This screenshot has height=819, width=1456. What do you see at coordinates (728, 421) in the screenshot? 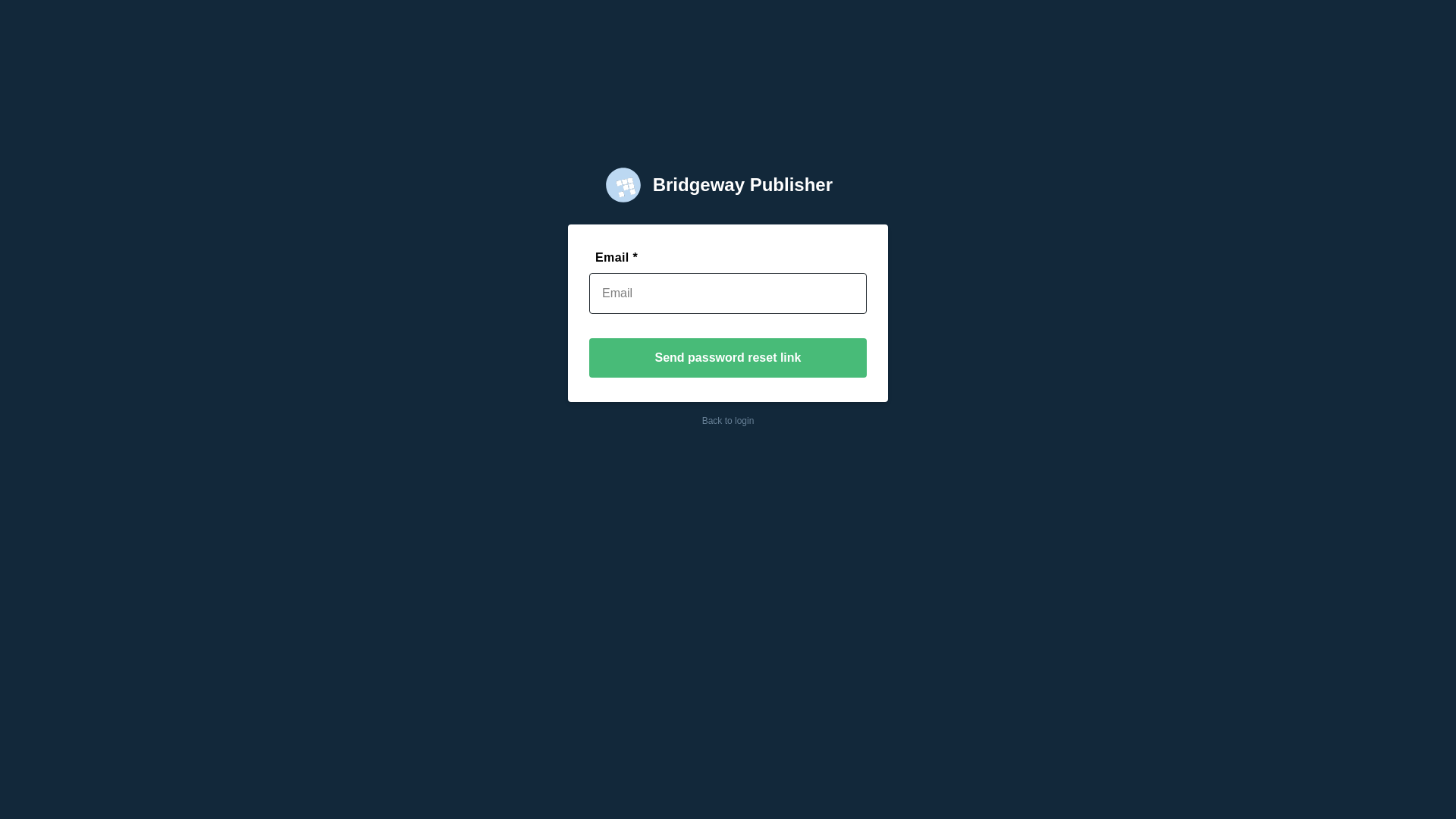
I see `'Back to login'` at bounding box center [728, 421].